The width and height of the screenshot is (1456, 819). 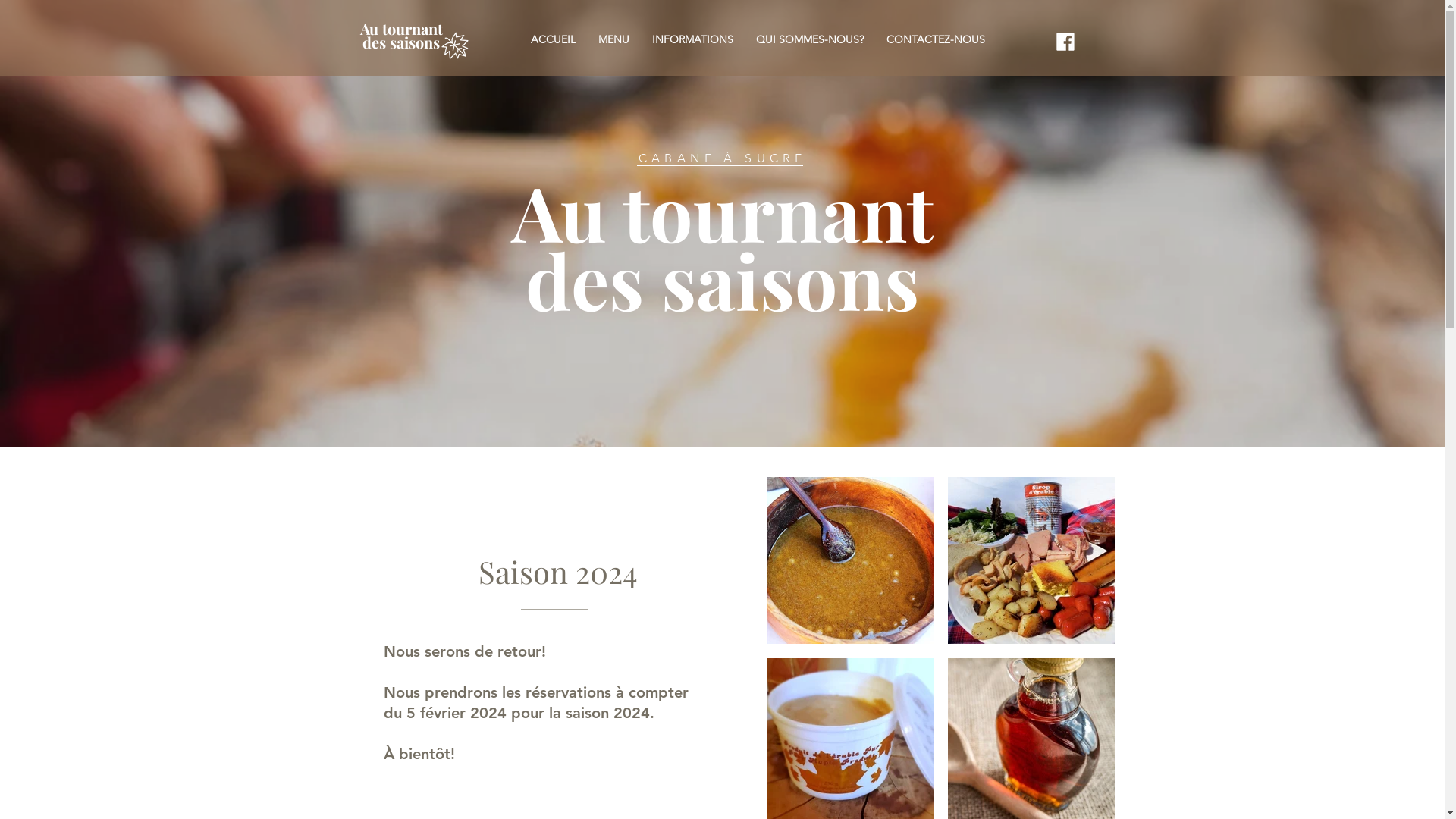 I want to click on 'MENU', so click(x=613, y=39).